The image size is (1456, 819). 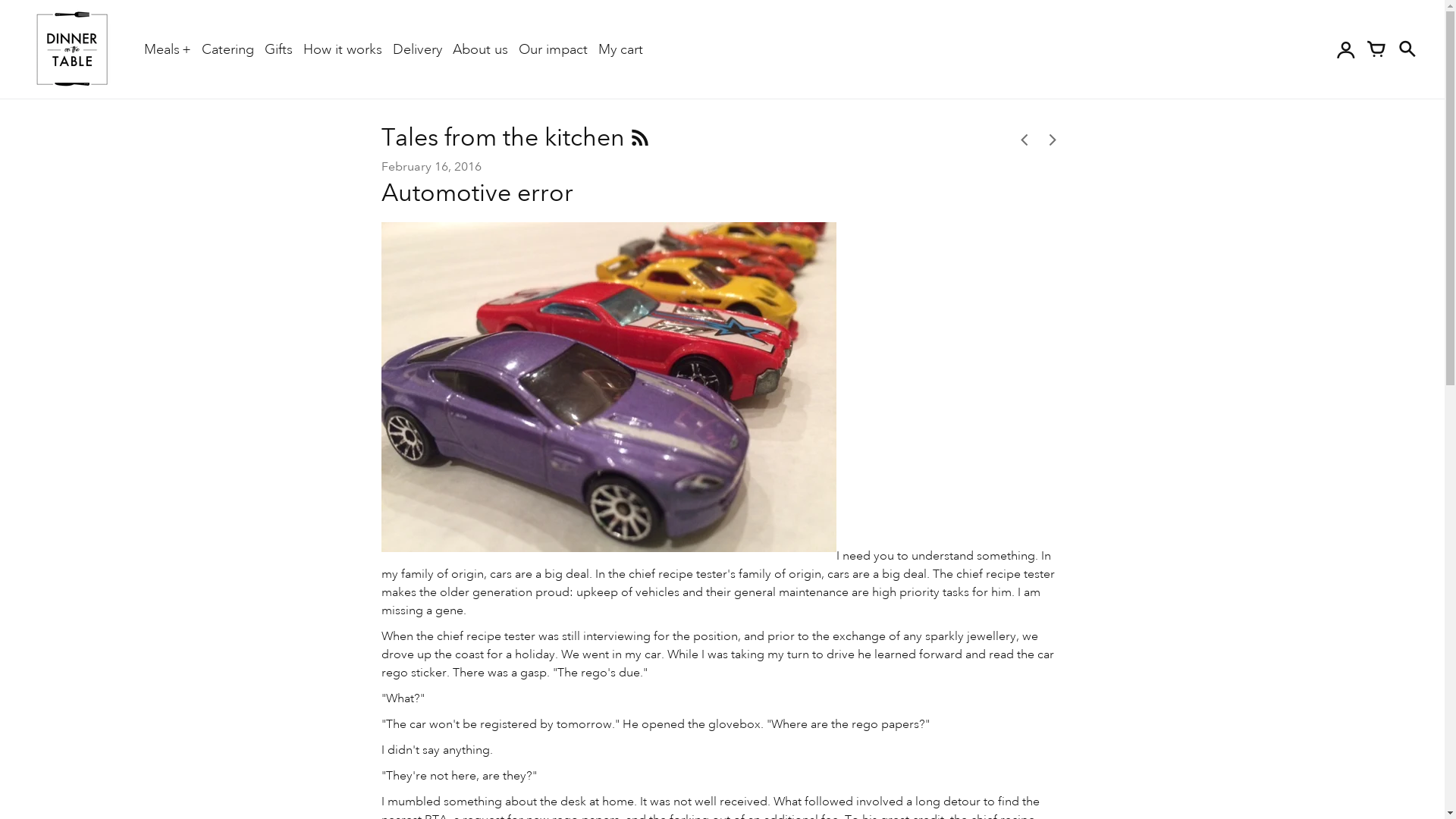 What do you see at coordinates (505, 136) in the screenshot?
I see `'Tales from the kitchen'` at bounding box center [505, 136].